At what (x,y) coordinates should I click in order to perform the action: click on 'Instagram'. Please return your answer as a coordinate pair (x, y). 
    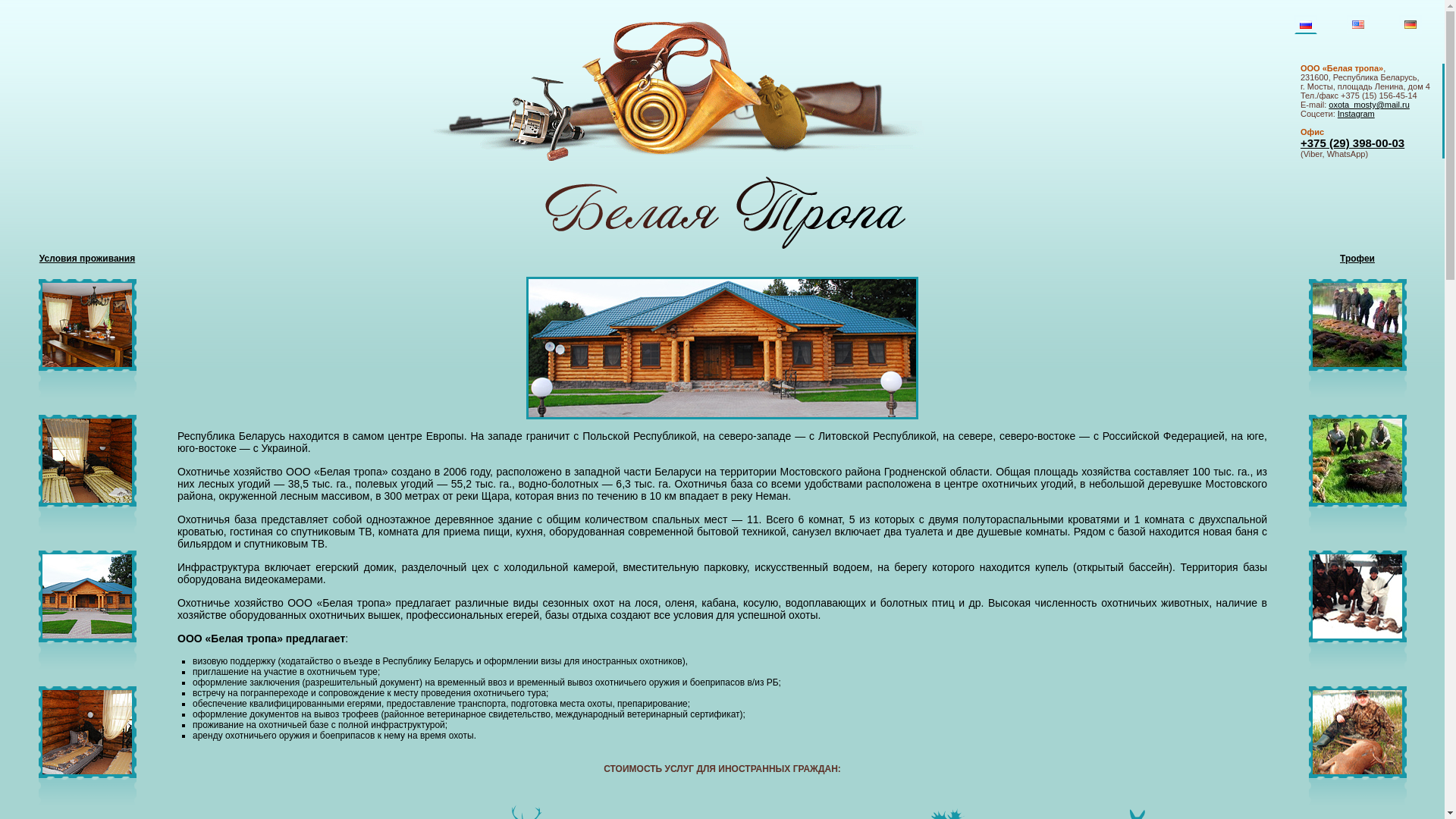
    Looking at the image, I should click on (1356, 113).